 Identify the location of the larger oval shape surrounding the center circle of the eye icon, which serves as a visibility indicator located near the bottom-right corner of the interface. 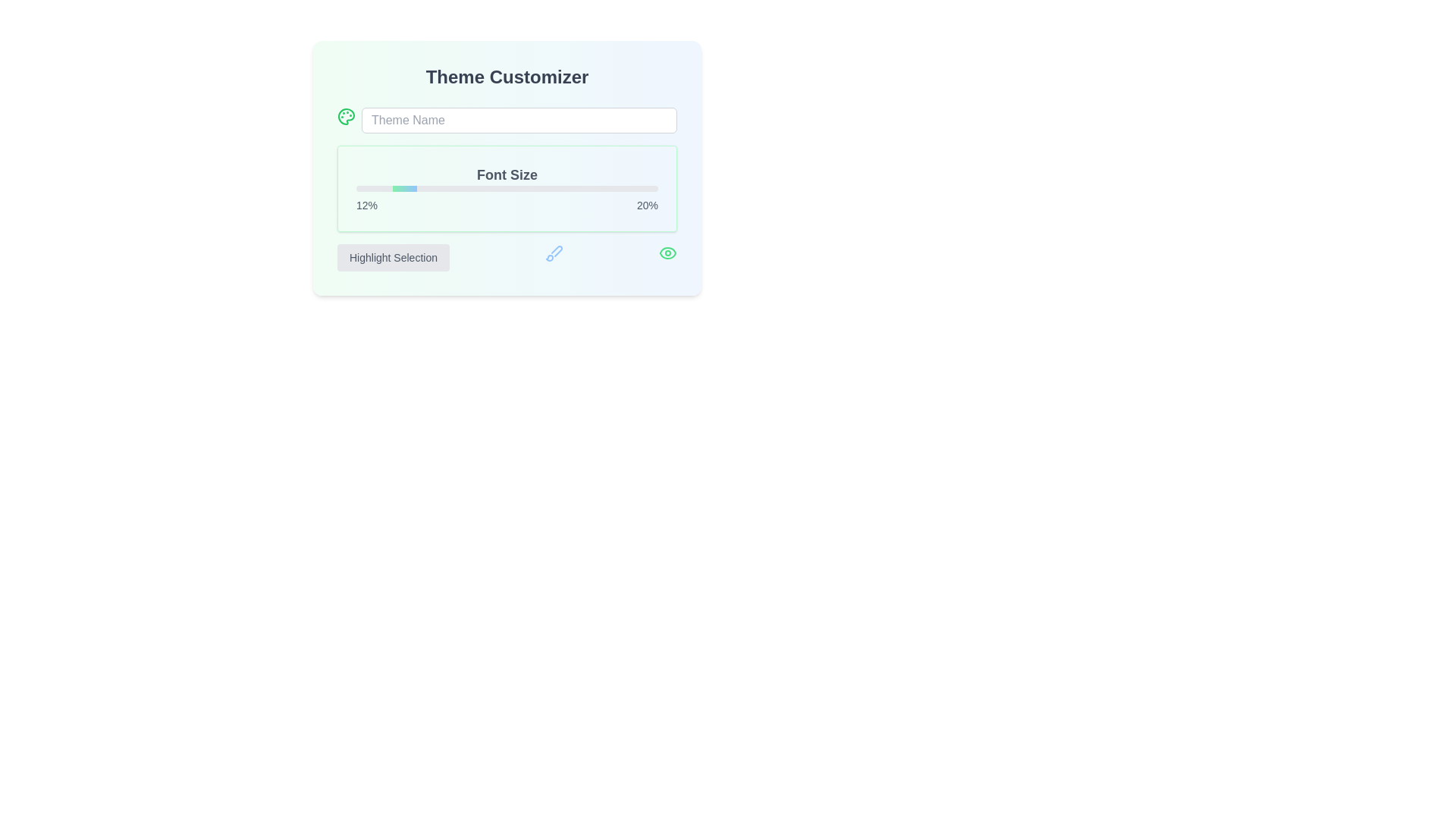
(667, 253).